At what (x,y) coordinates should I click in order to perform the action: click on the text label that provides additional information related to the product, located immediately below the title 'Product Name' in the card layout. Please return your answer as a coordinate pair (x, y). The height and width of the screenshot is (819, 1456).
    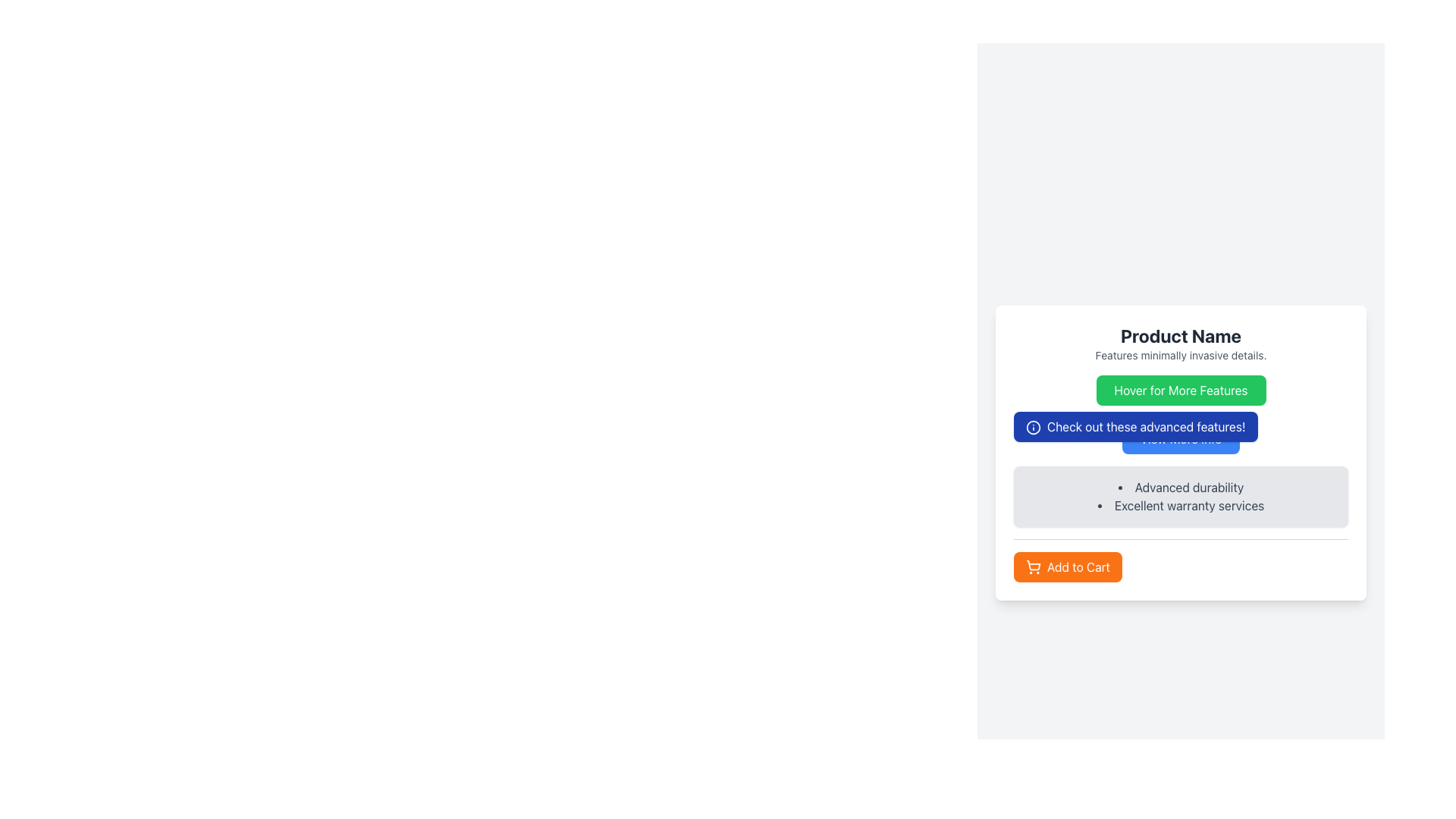
    Looking at the image, I should click on (1180, 355).